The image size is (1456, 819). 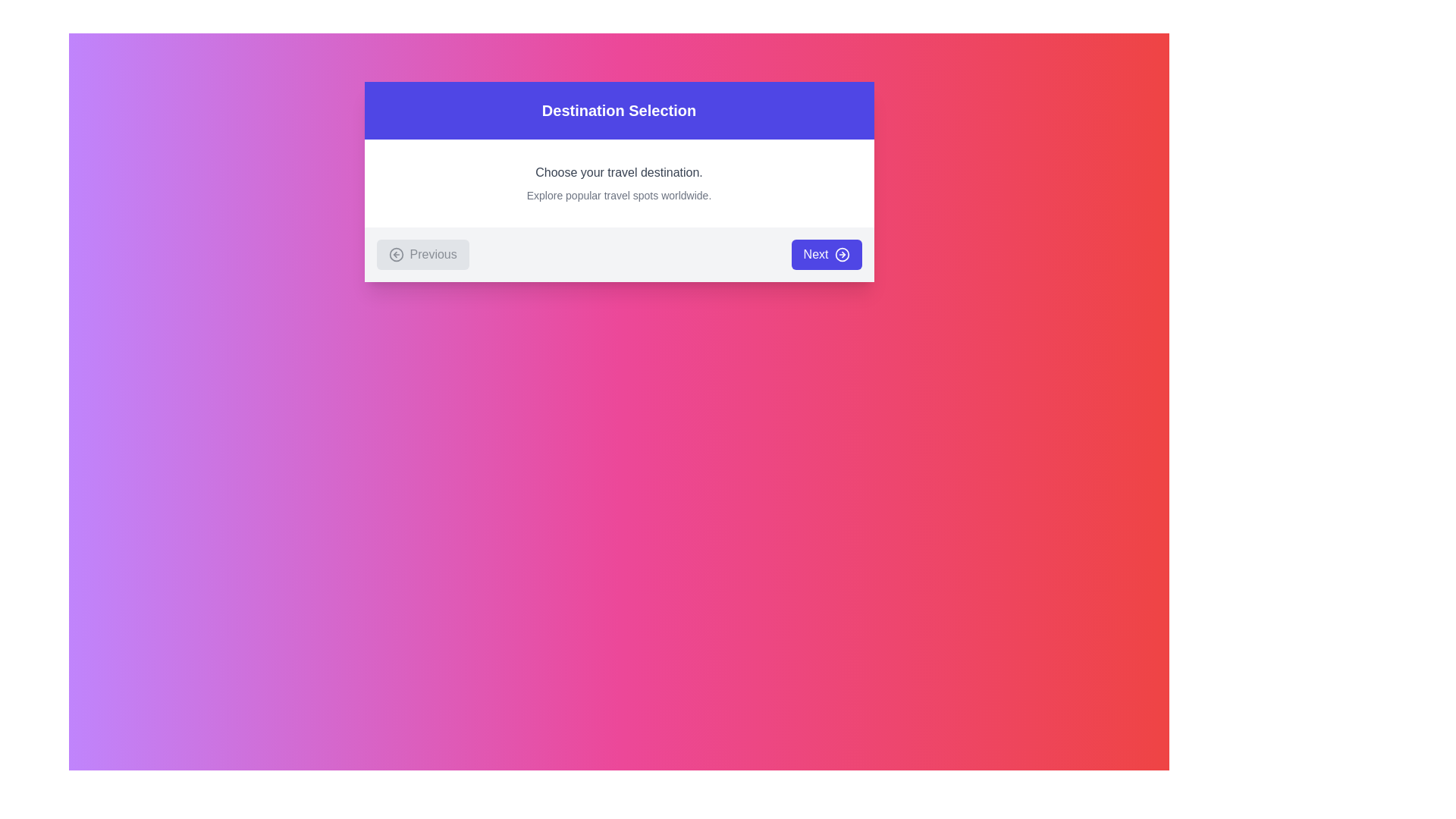 What do you see at coordinates (396, 253) in the screenshot?
I see `the appearance of the circular icon with a leftwards-pointing arrow, located to the left of the 'Previous' button in the bottom-left corner of the modal dialog` at bounding box center [396, 253].